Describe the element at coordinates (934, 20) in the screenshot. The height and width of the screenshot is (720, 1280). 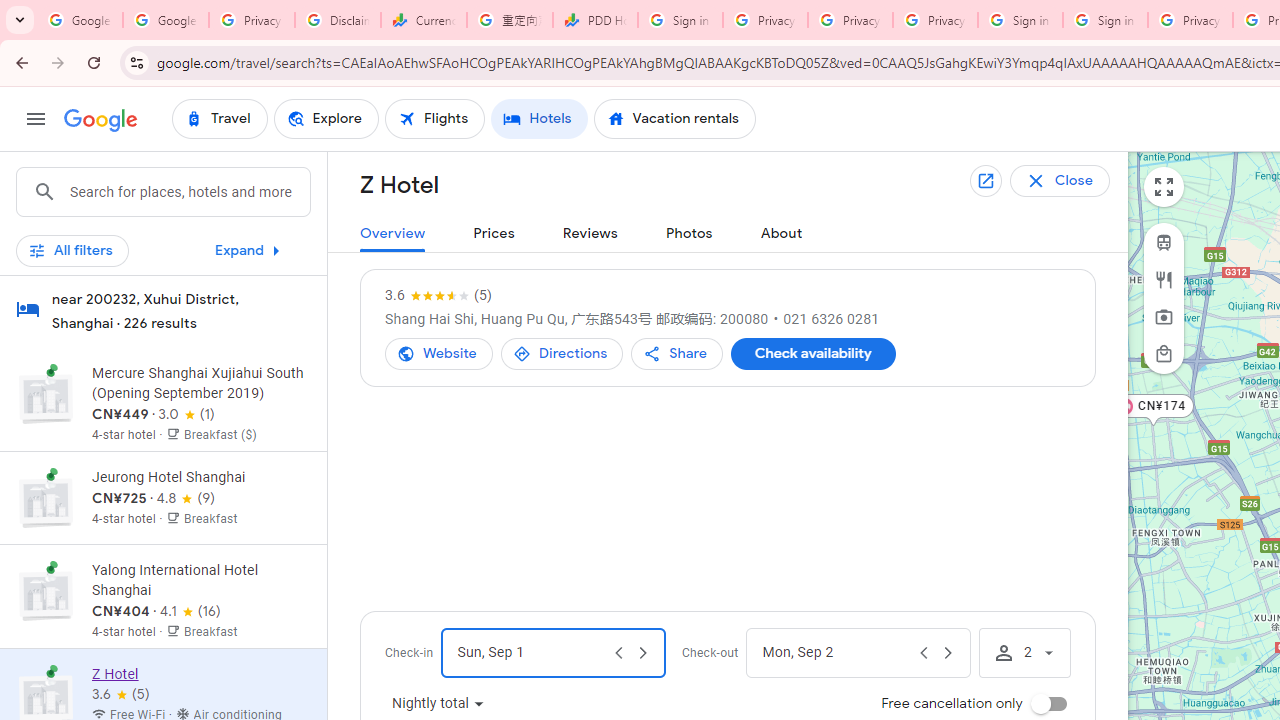
I see `'Privacy Checkup'` at that location.